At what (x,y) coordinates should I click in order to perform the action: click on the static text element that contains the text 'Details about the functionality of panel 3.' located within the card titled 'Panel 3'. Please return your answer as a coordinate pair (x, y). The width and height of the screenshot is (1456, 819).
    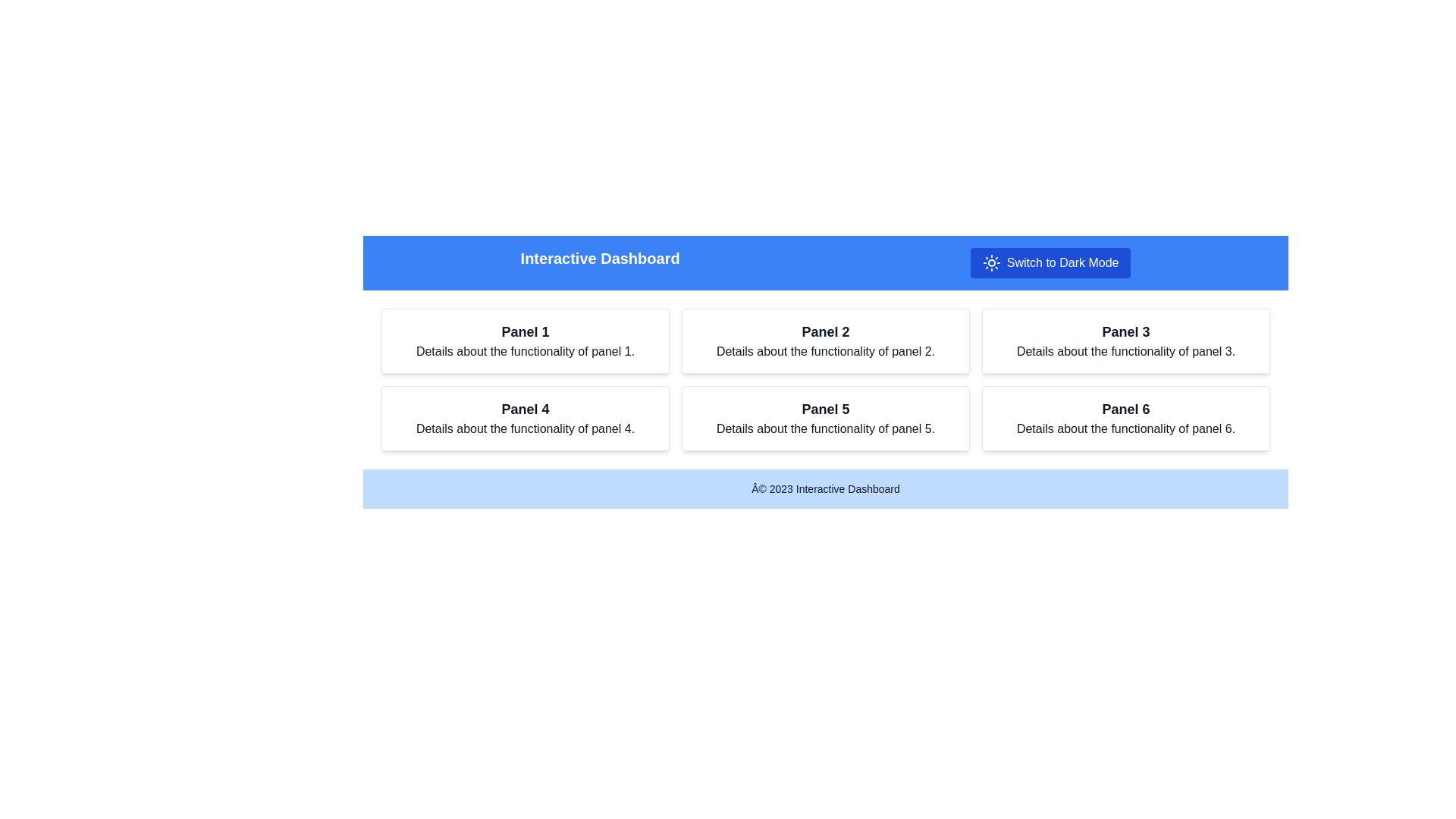
    Looking at the image, I should click on (1125, 351).